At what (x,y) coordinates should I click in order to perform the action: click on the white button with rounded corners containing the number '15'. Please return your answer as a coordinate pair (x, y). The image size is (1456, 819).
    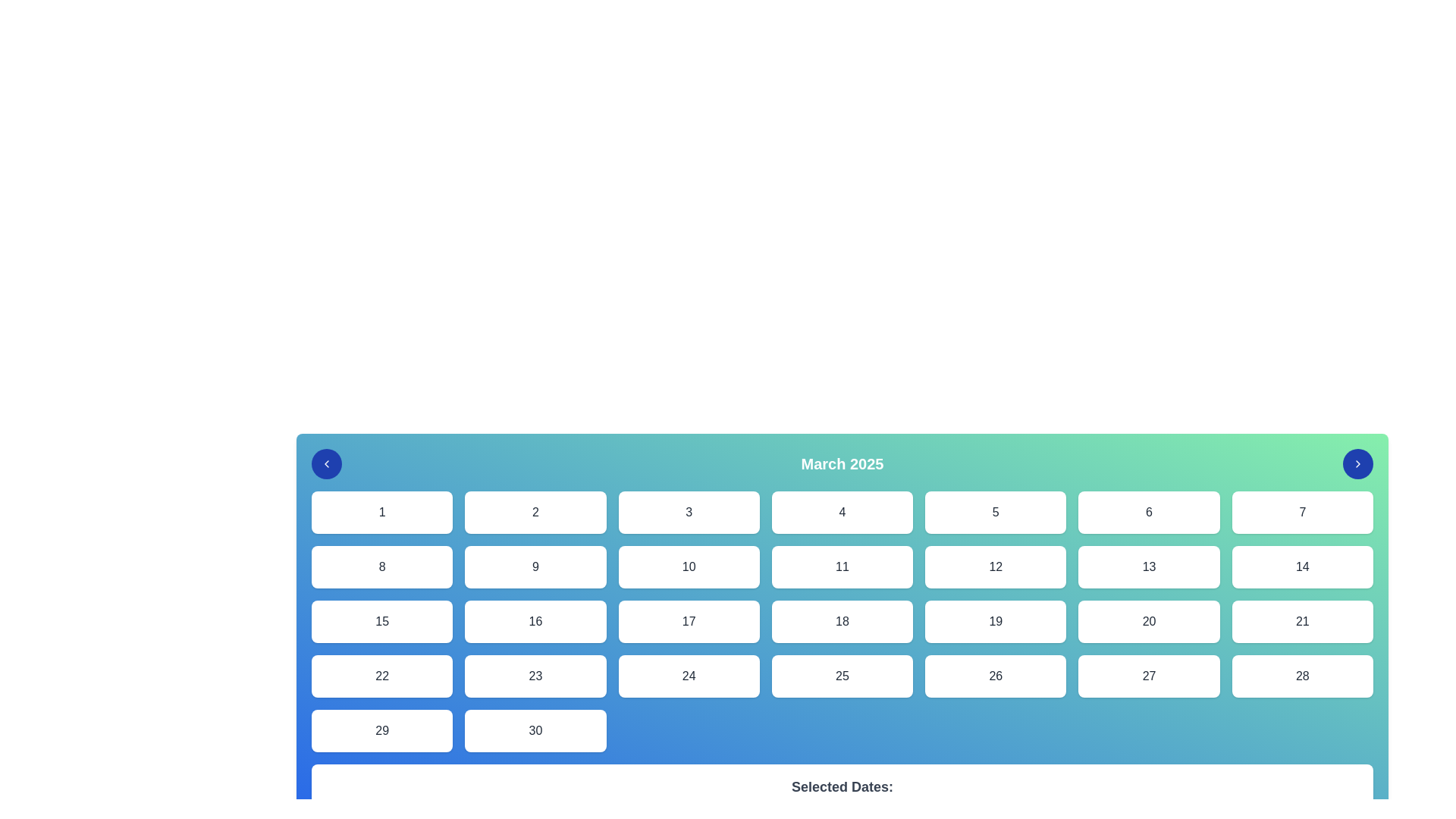
    Looking at the image, I should click on (382, 622).